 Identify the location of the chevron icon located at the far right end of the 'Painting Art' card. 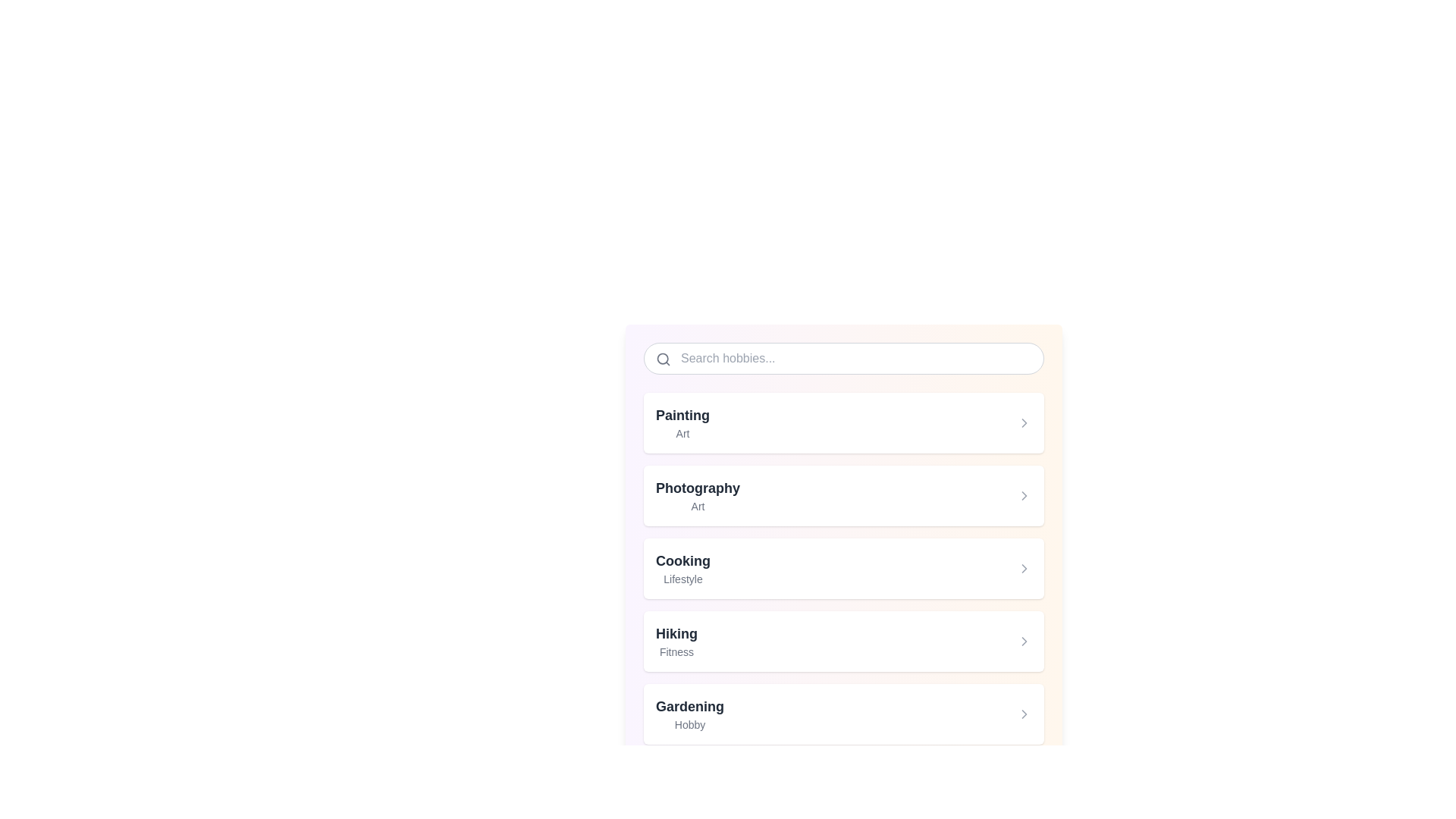
(1024, 423).